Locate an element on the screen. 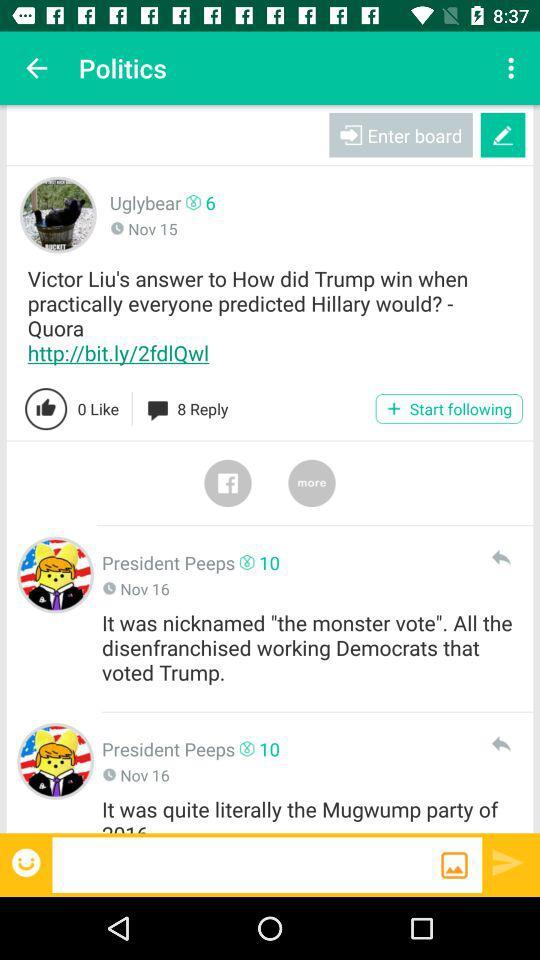 The image size is (540, 960). share to facebook is located at coordinates (226, 482).